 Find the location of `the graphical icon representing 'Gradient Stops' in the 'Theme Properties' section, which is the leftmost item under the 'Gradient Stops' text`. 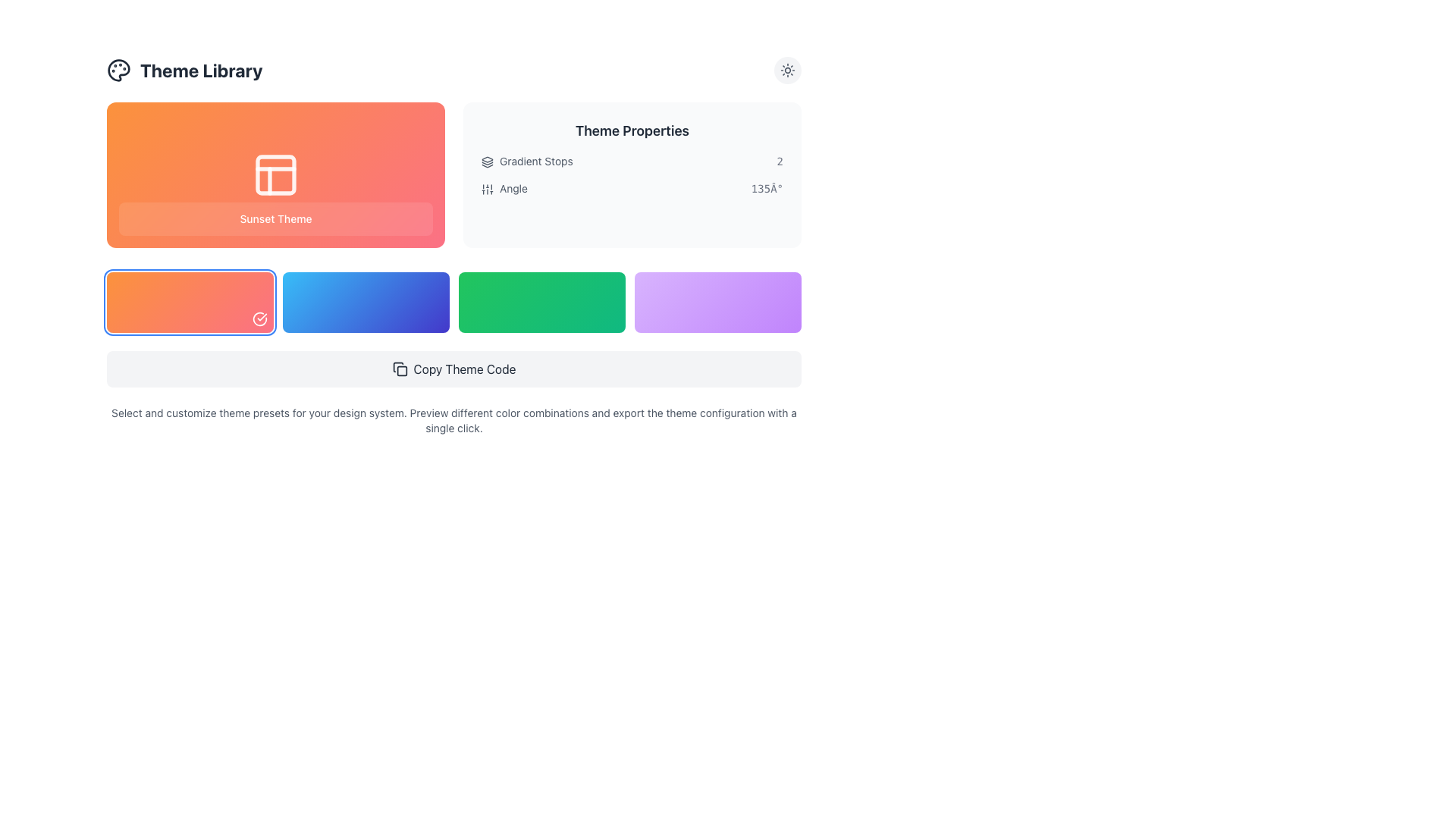

the graphical icon representing 'Gradient Stops' in the 'Theme Properties' section, which is the leftmost item under the 'Gradient Stops' text is located at coordinates (488, 162).